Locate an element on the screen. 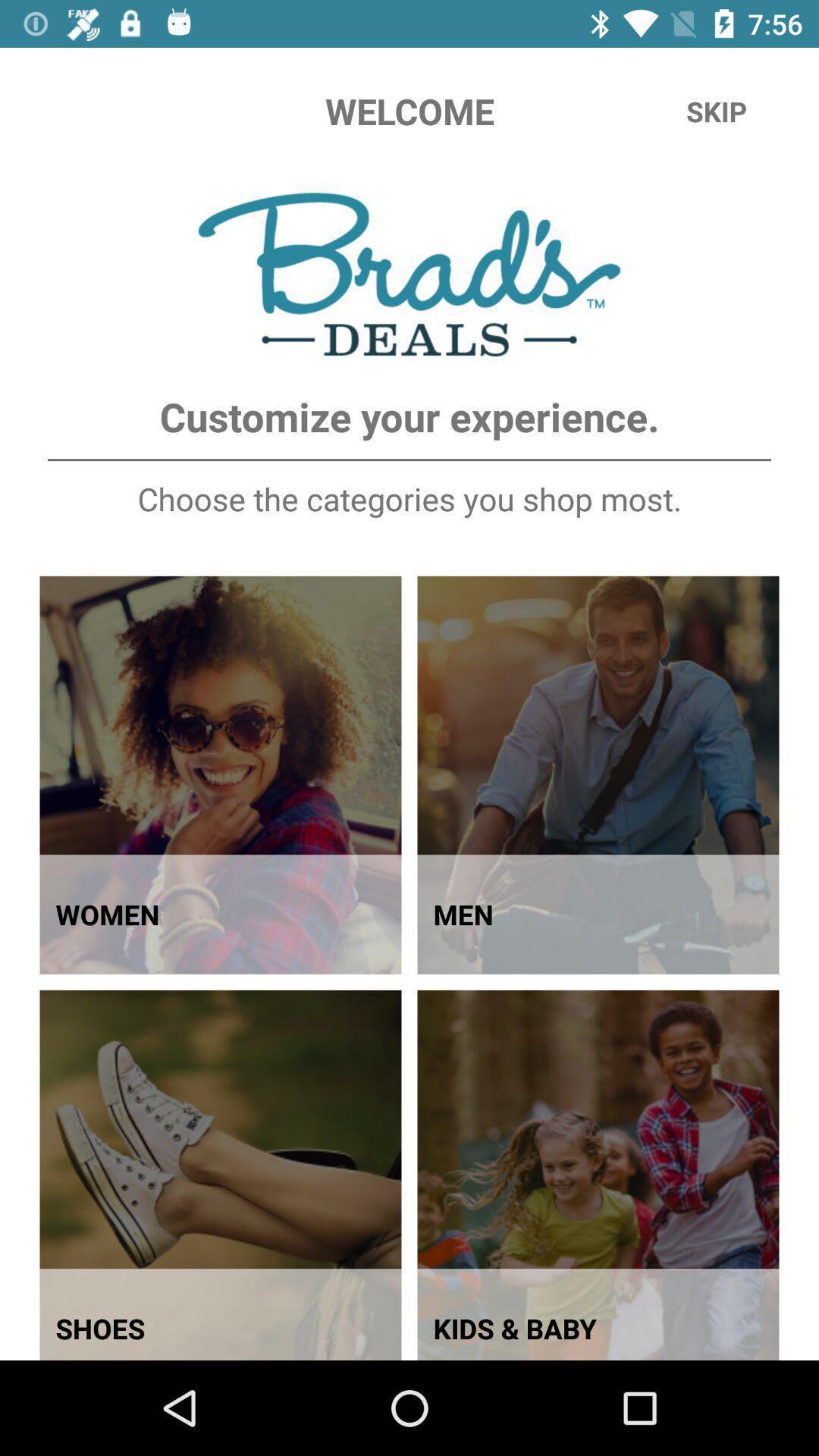 The width and height of the screenshot is (819, 1456). the fourth category is located at coordinates (598, 1175).